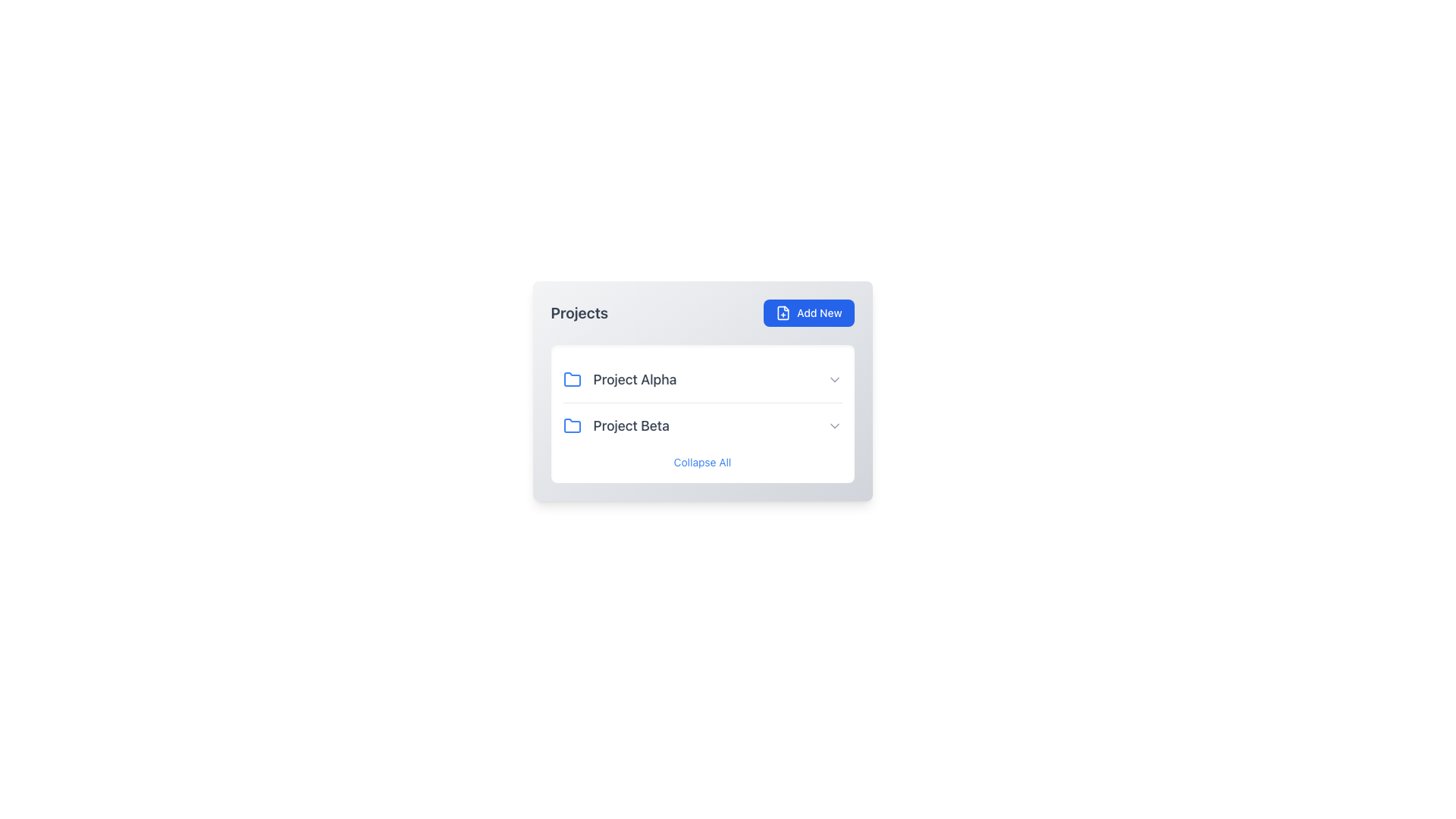  I want to click on the non-interactive Text Label indicating 'Projects', which serves as a section title for the content below, so click(579, 312).